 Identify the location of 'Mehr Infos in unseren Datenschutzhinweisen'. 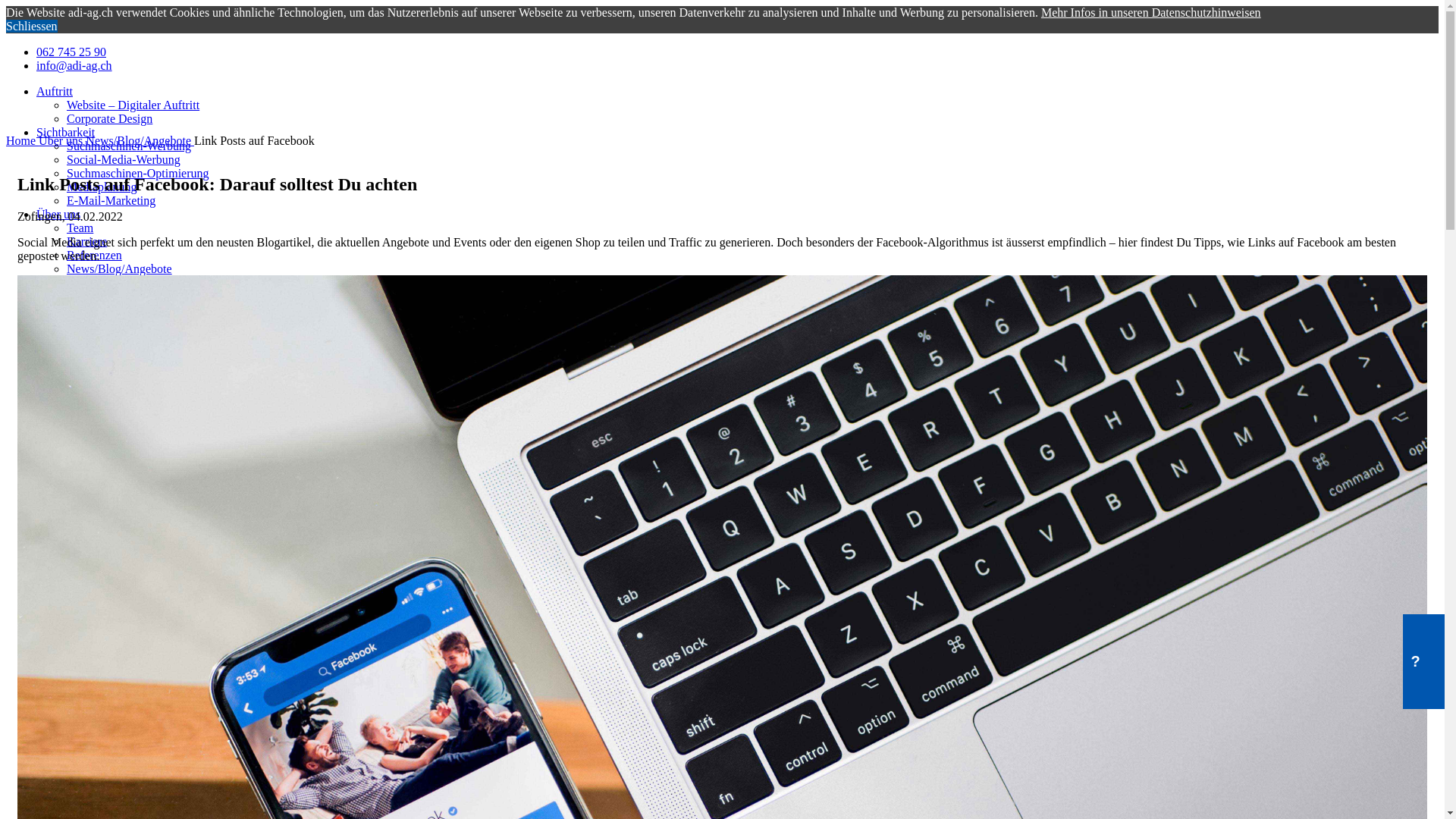
(1150, 12).